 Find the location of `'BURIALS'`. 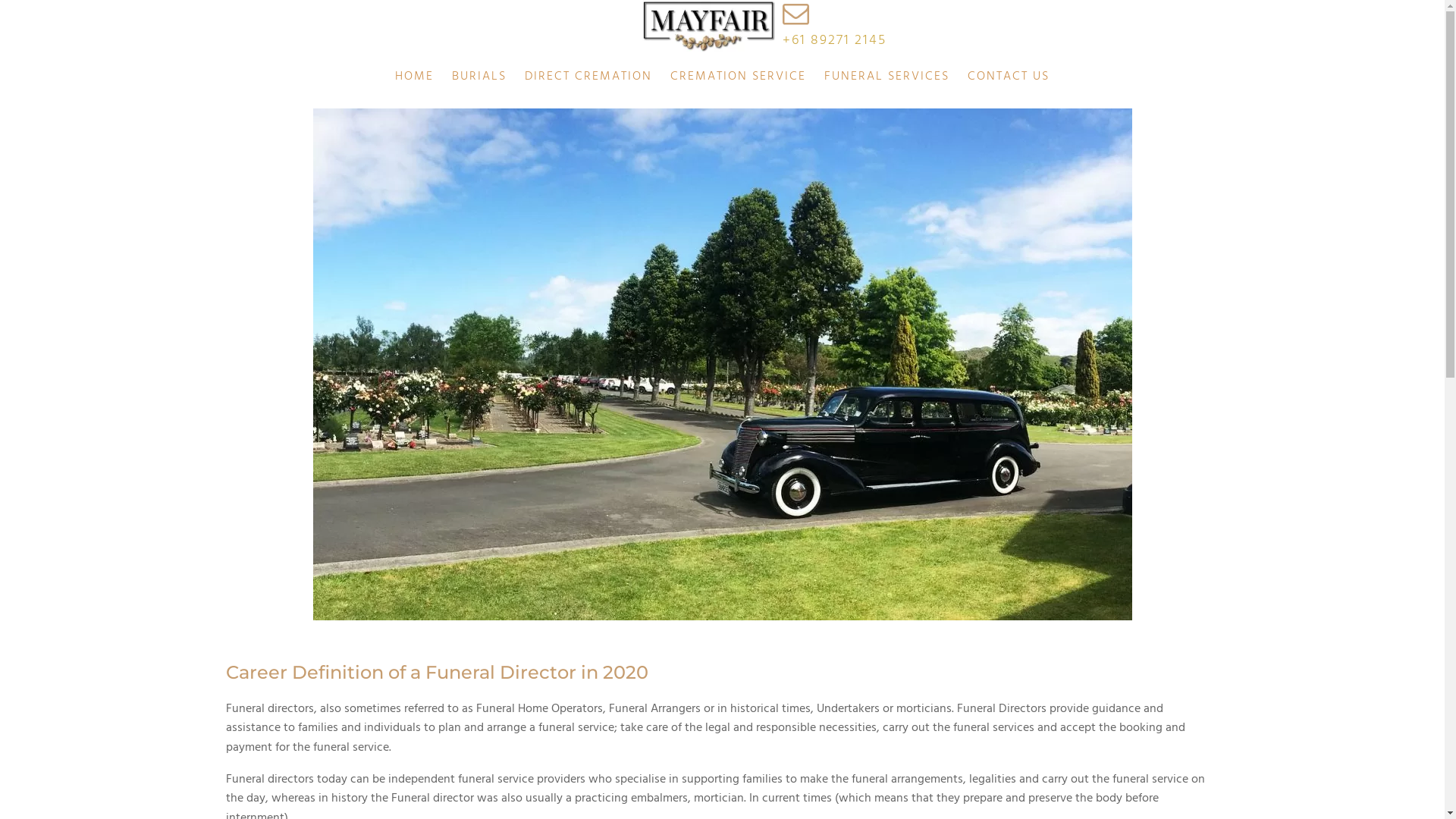

'BURIALS' is located at coordinates (479, 77).